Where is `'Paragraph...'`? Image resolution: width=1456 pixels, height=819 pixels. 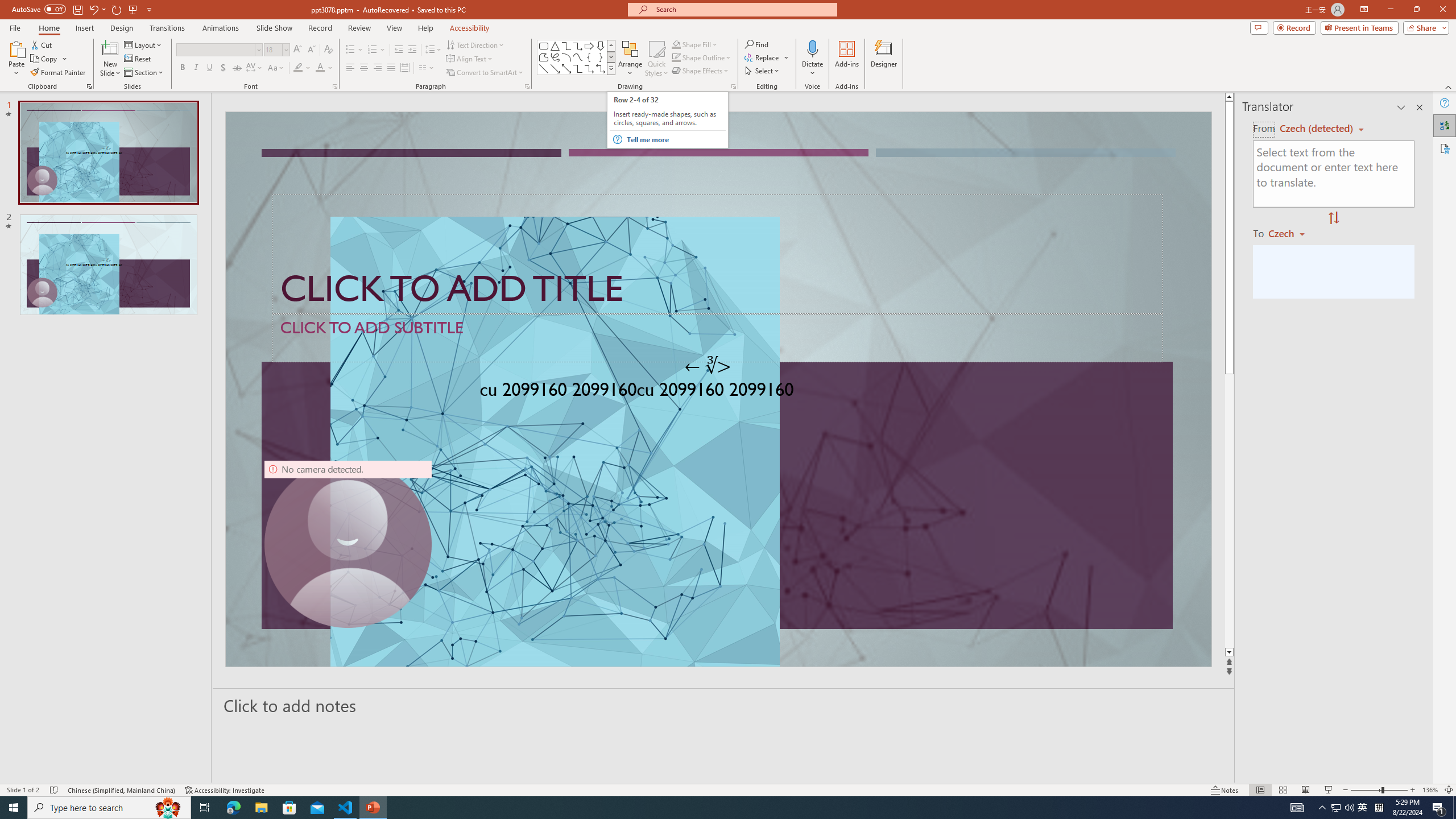 'Paragraph...' is located at coordinates (526, 85).